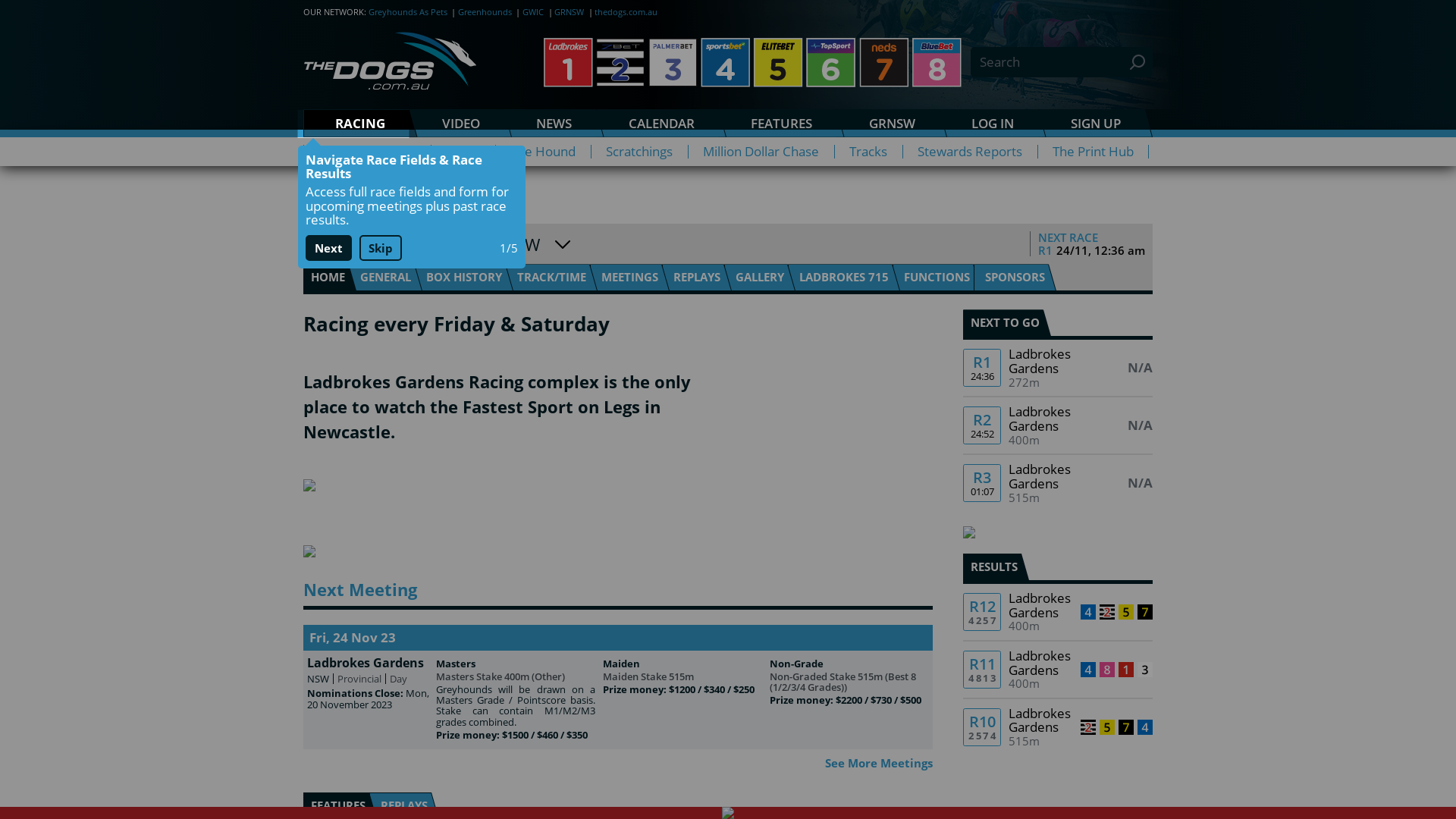 The width and height of the screenshot is (1456, 819). What do you see at coordinates (878, 763) in the screenshot?
I see `'See More Meetings'` at bounding box center [878, 763].